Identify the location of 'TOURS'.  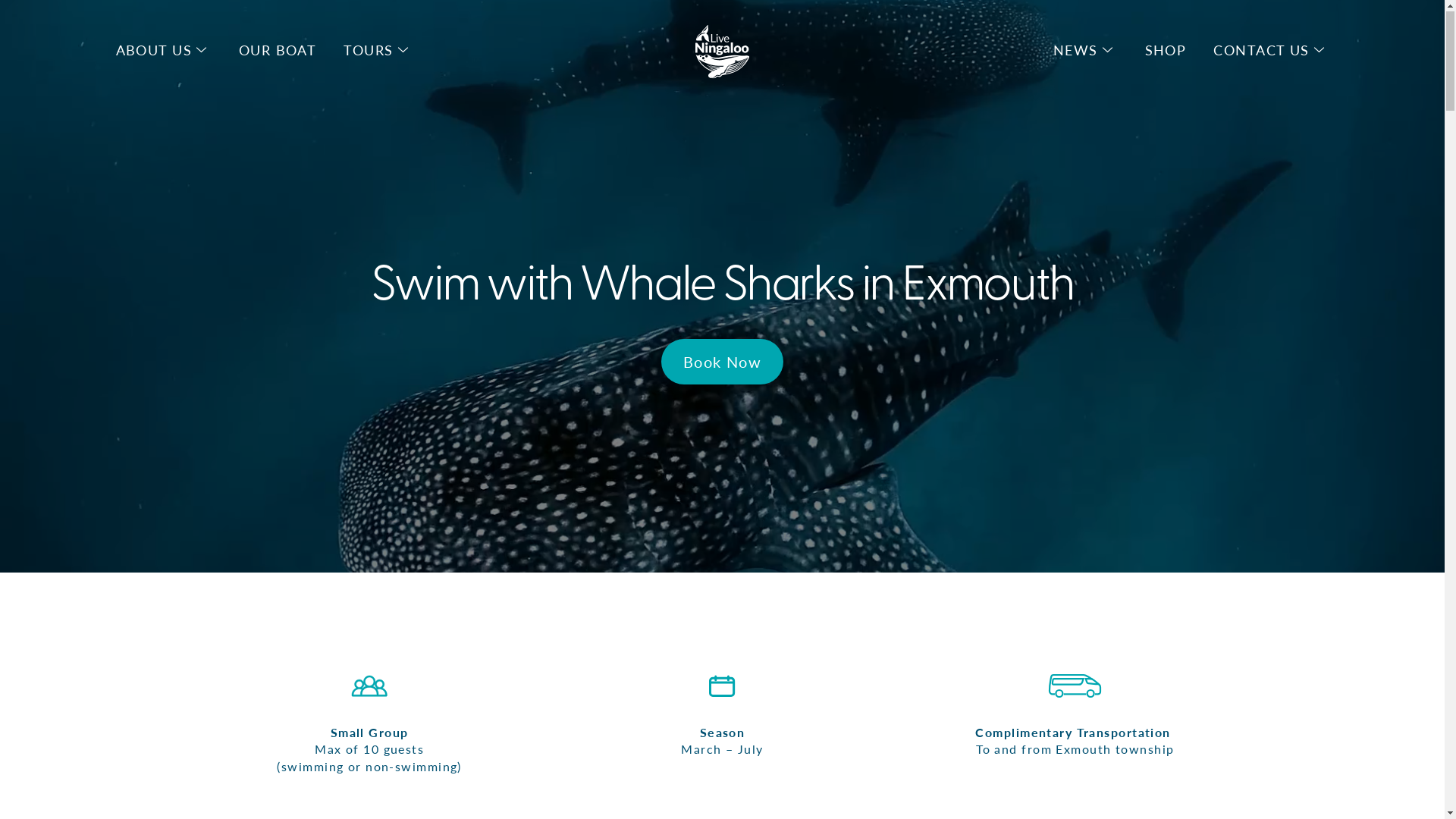
(368, 49).